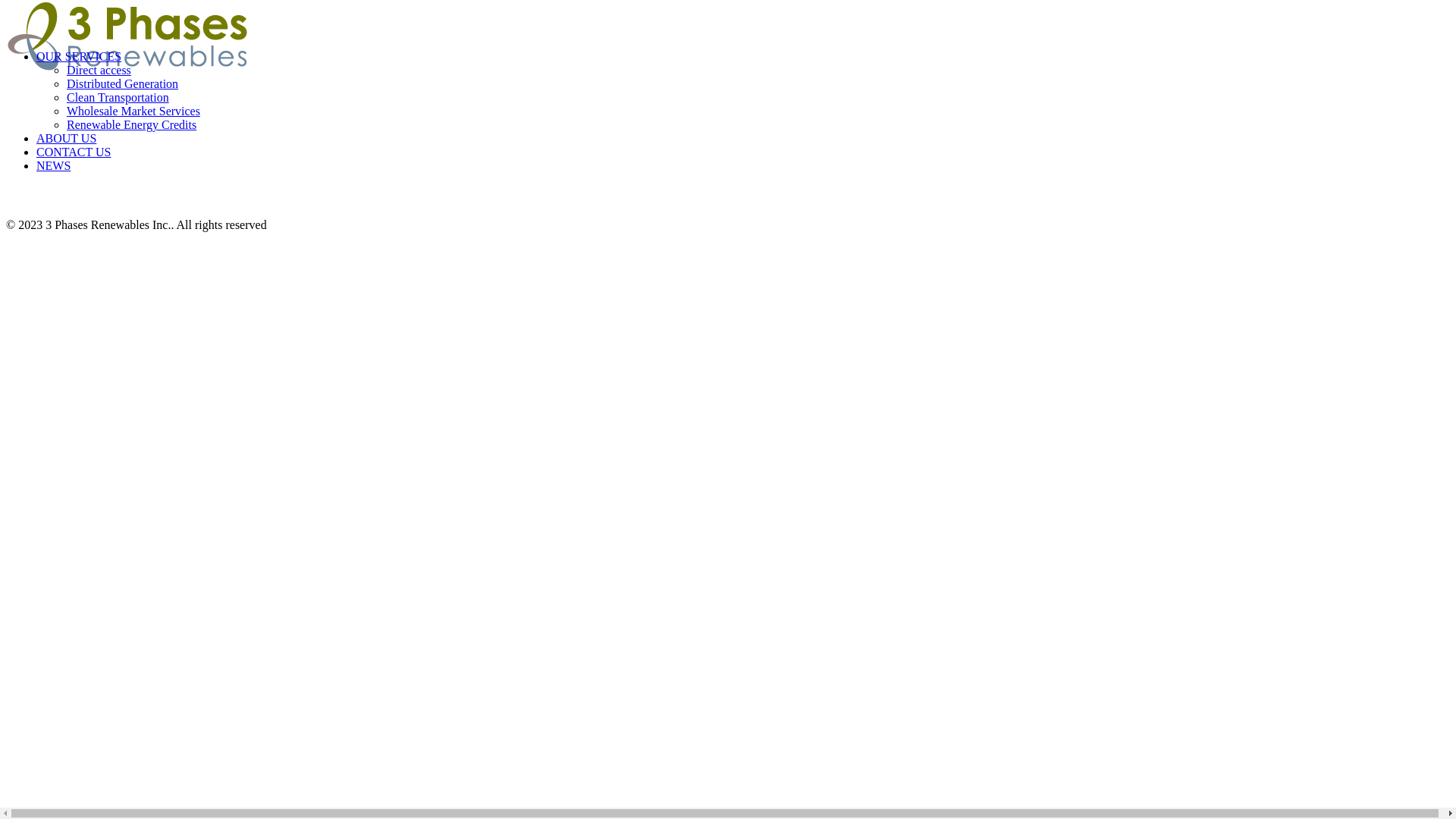 The height and width of the screenshot is (819, 1456). What do you see at coordinates (734, 198) in the screenshot?
I see `'CONTACT US'` at bounding box center [734, 198].